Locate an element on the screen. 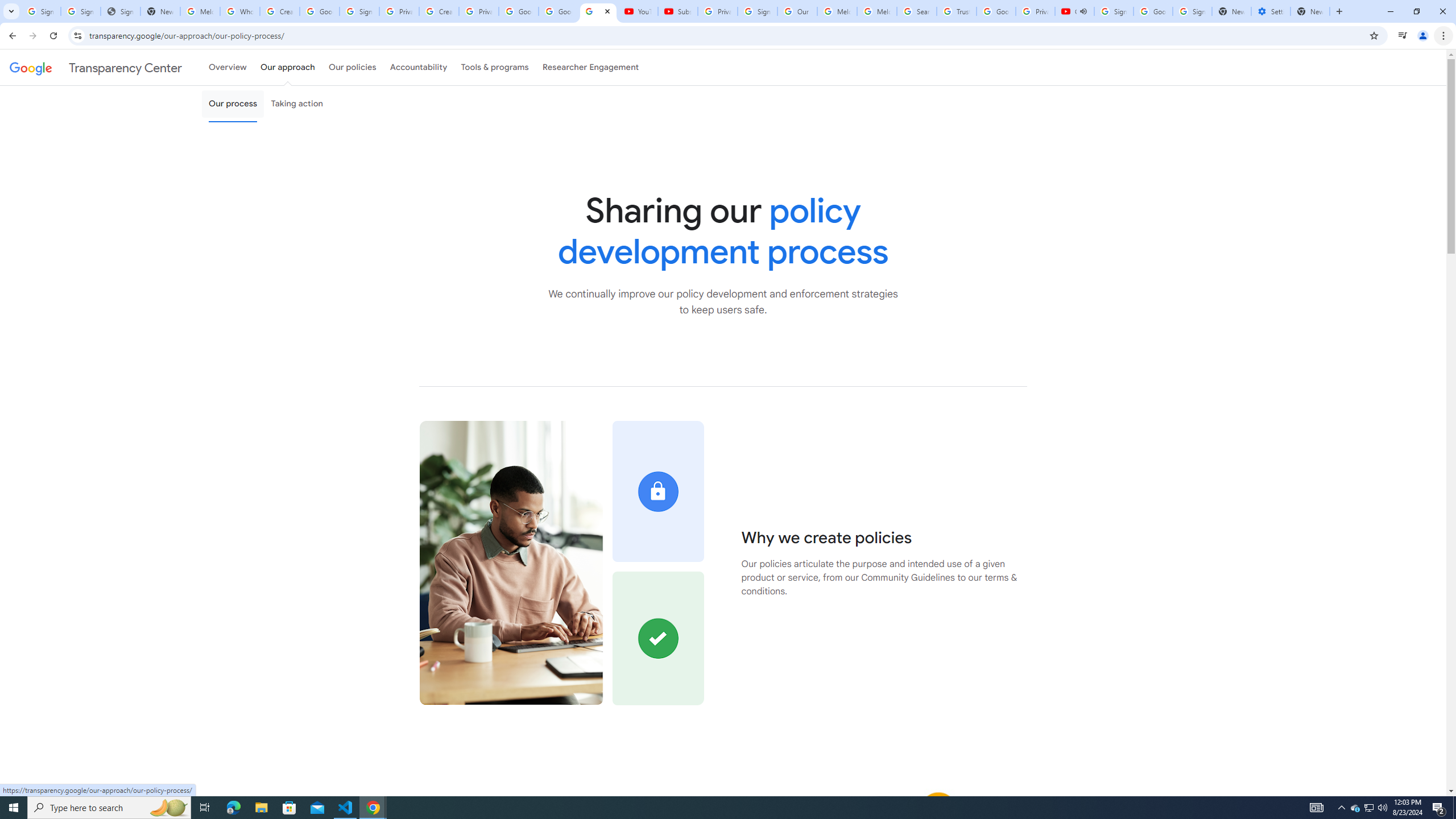 Image resolution: width=1456 pixels, height=819 pixels. 'Trusted Information and Content - Google Safety Center' is located at coordinates (955, 11).